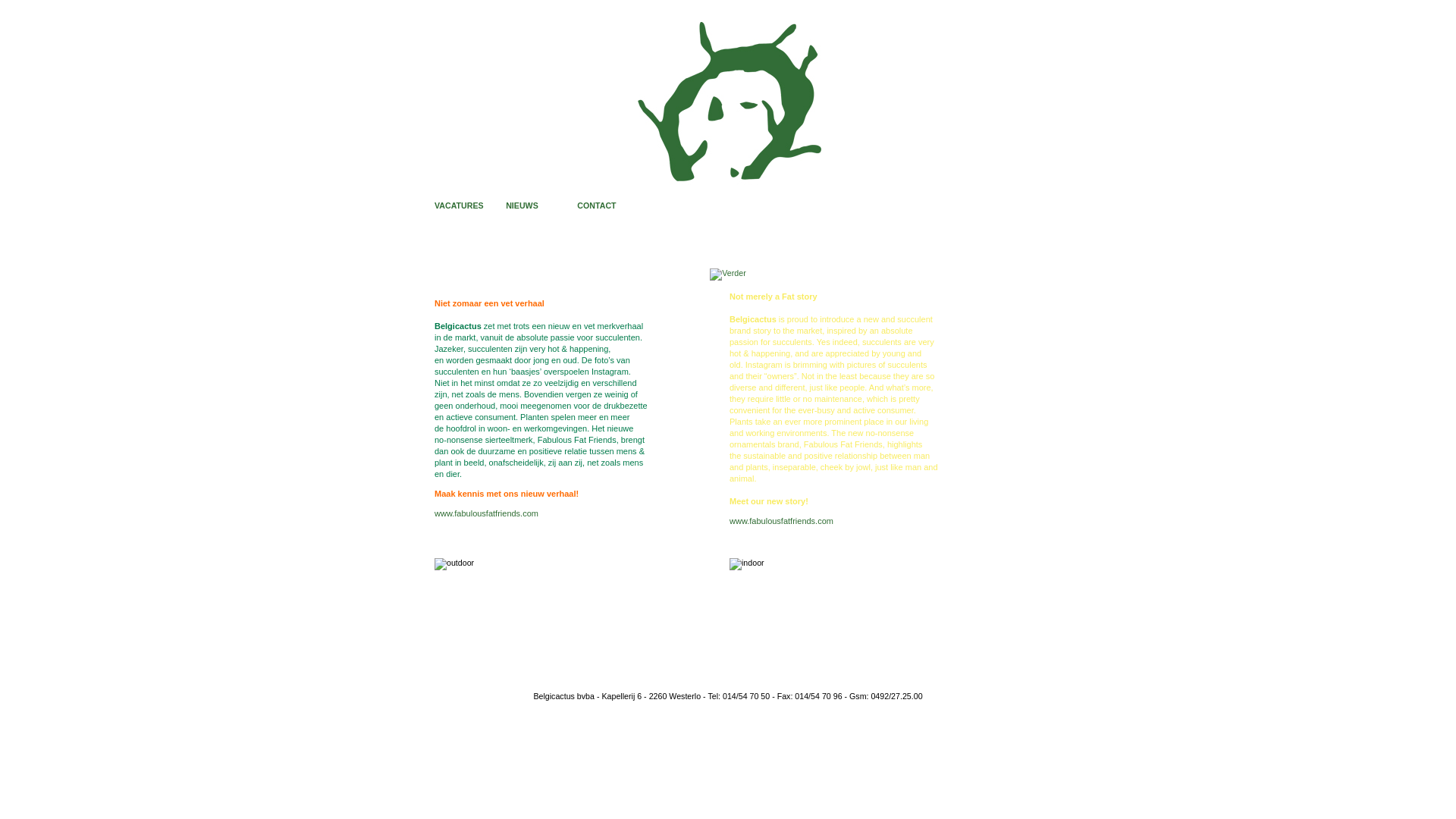 Image resolution: width=1456 pixels, height=819 pixels. What do you see at coordinates (781, 519) in the screenshot?
I see `'www.fabulousfatfriends.com'` at bounding box center [781, 519].